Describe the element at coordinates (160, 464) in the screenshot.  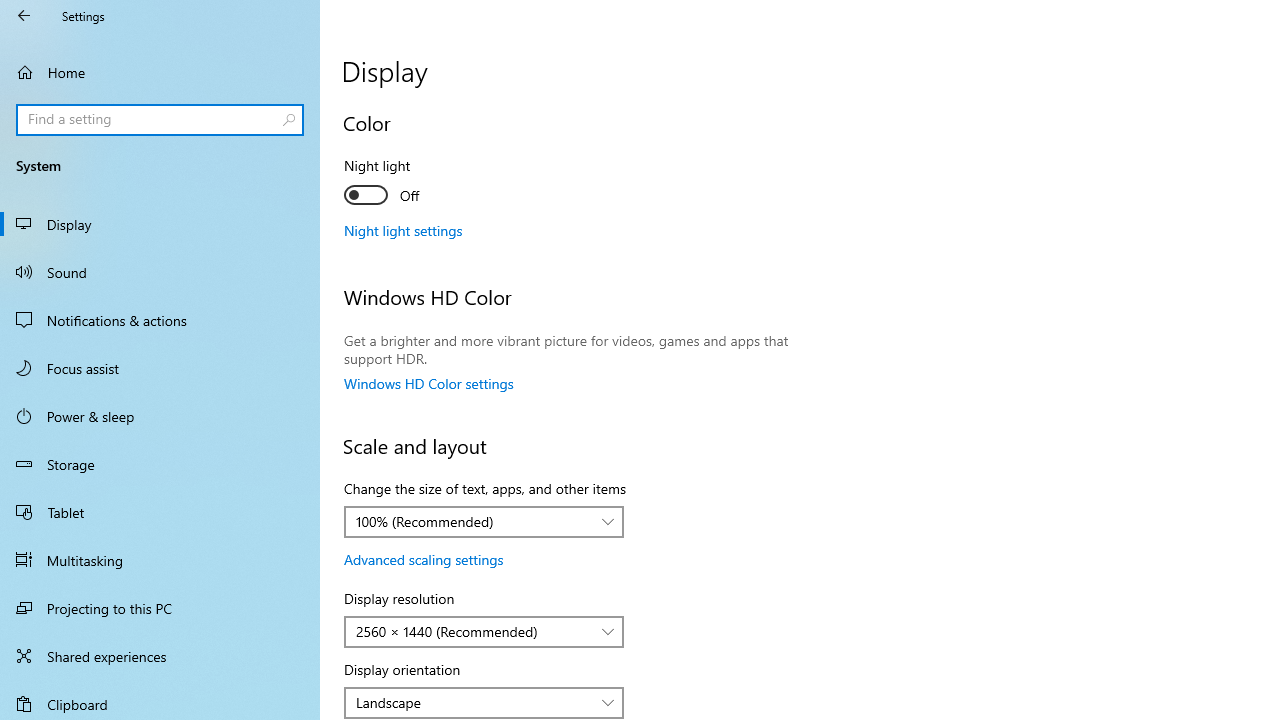
I see `'Storage'` at that location.